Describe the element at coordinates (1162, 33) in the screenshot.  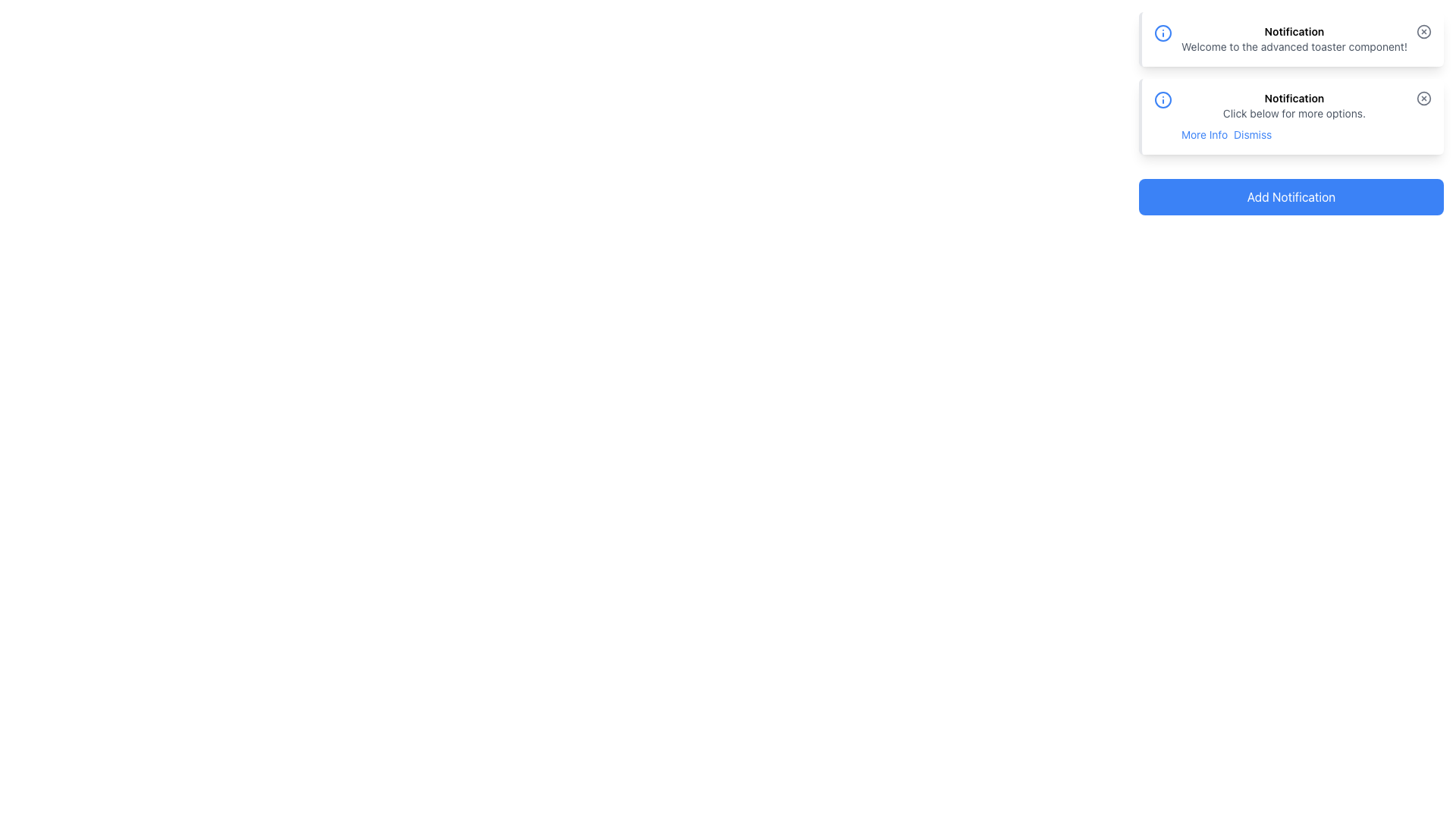
I see `the informational icon located to the left of the title text in the notification that says 'Welcome to the advanced toaster component!'` at that location.